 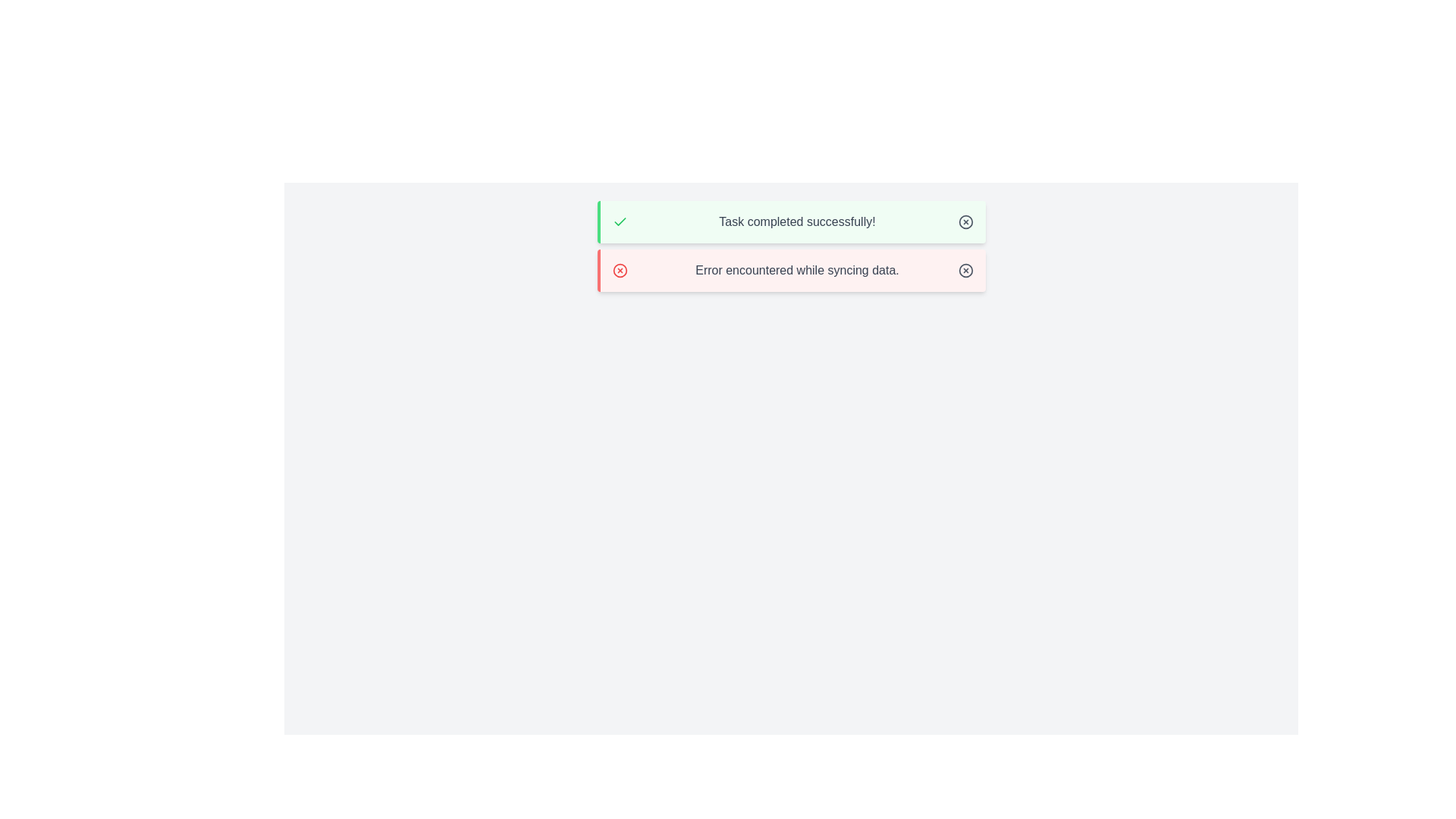 I want to click on the circular graphic component within the red alert box indicating an error, which is adjacent to the 'X' icon, so click(x=965, y=270).